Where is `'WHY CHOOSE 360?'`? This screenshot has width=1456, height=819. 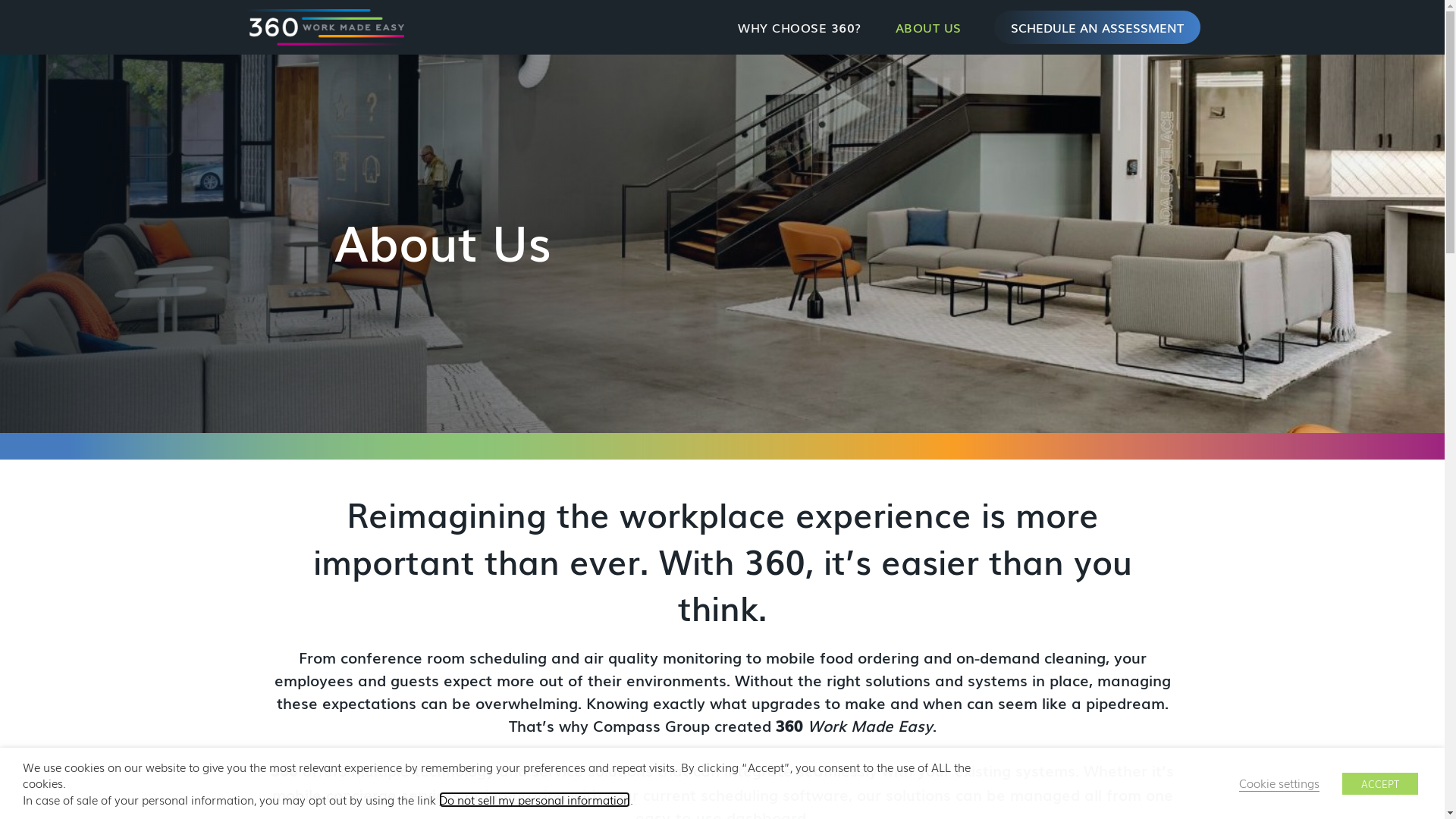 'WHY CHOOSE 360?' is located at coordinates (720, 27).